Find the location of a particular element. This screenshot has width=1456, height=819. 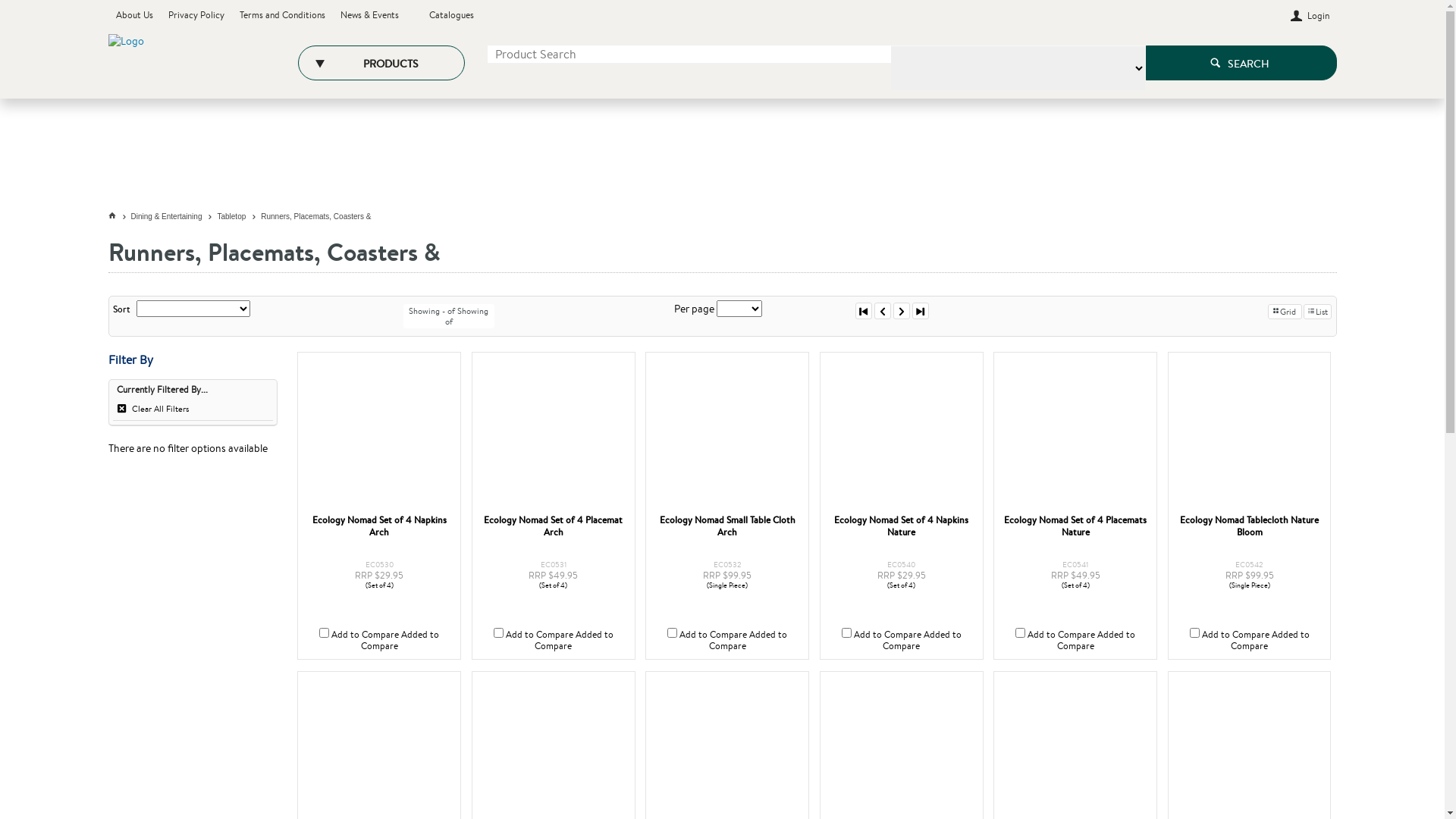

'Ecology Nomad Set of 4 Napkins Nature' is located at coordinates (902, 433).